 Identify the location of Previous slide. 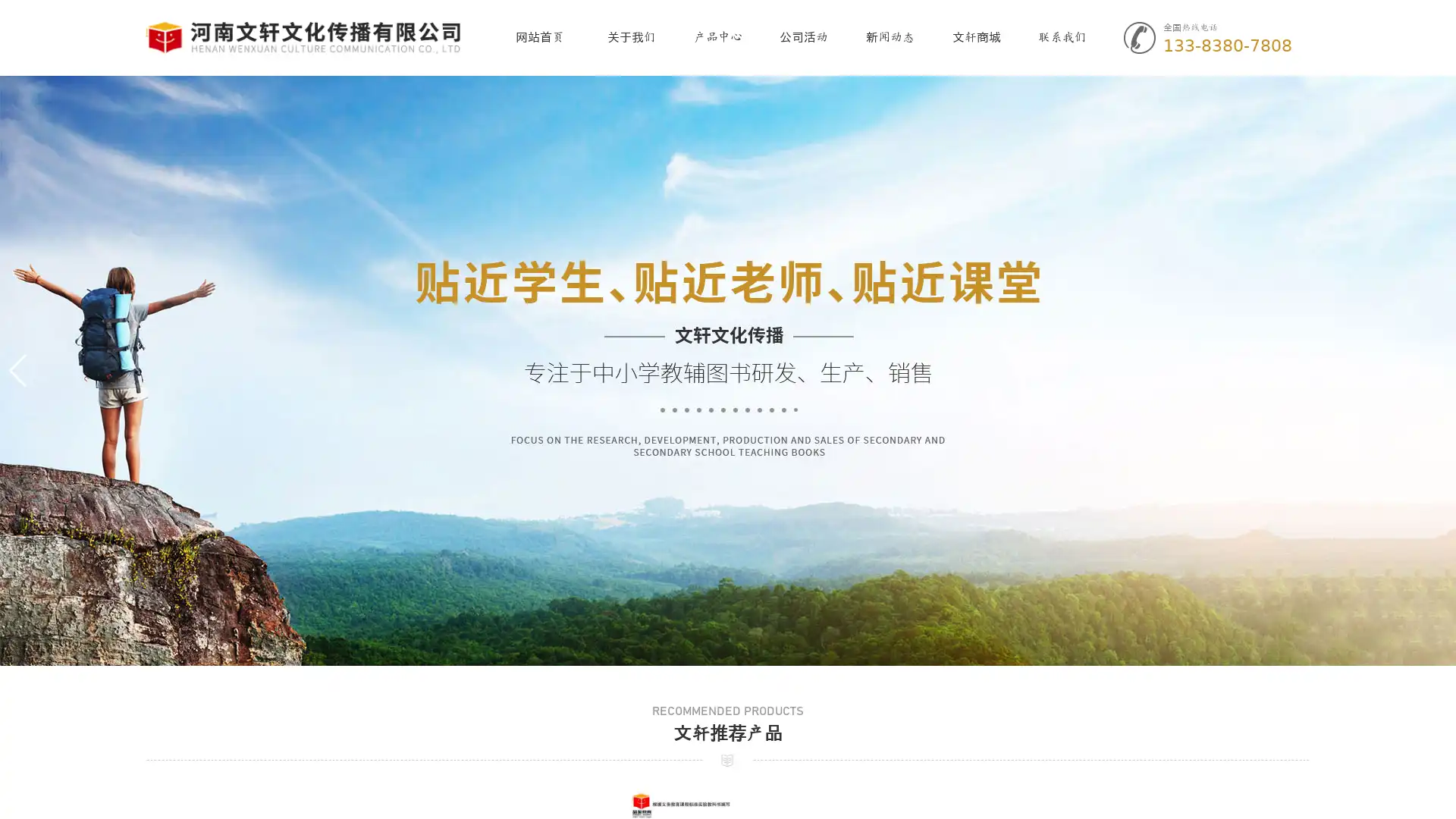
(17, 371).